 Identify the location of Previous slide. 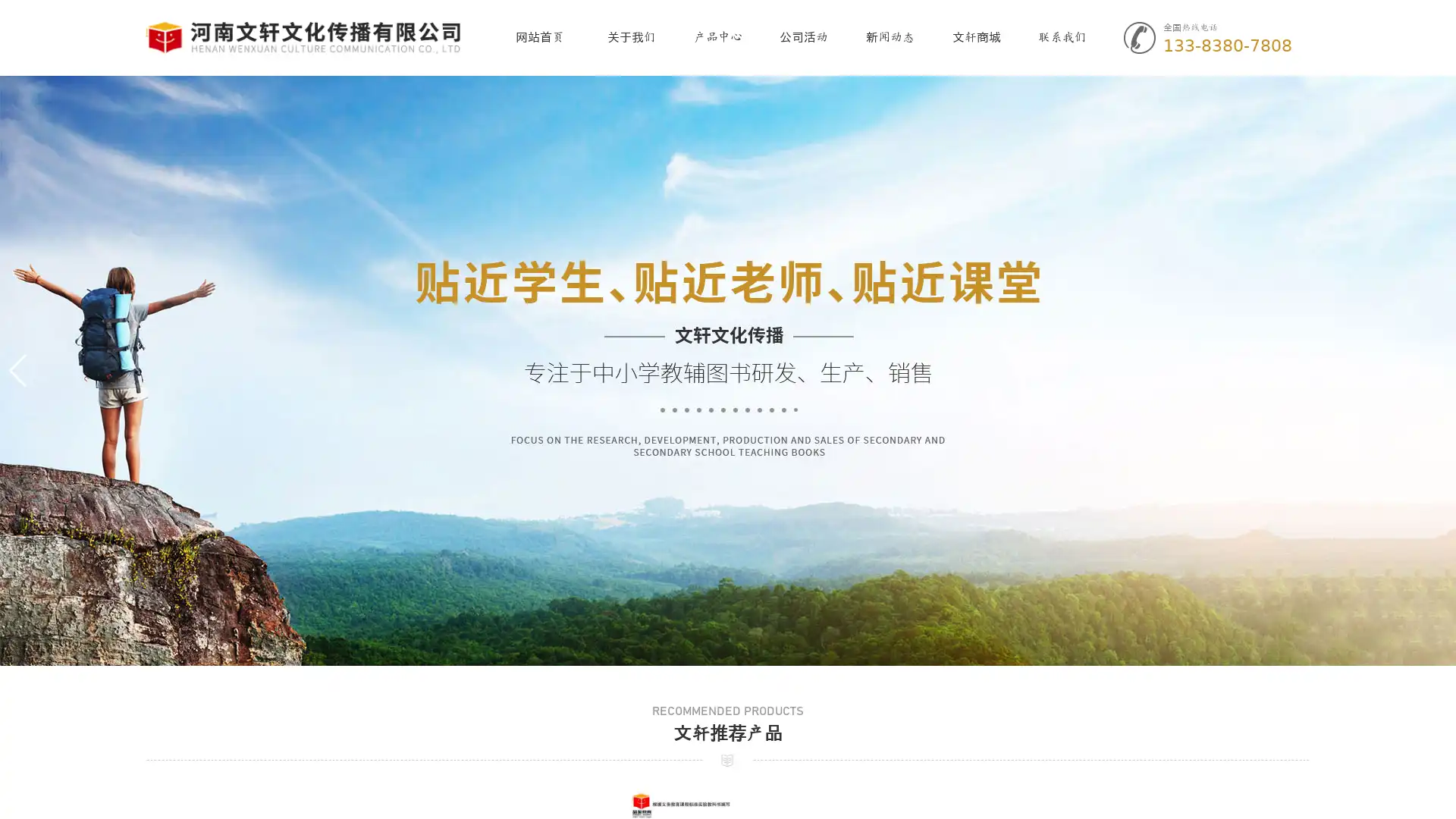
(17, 371).